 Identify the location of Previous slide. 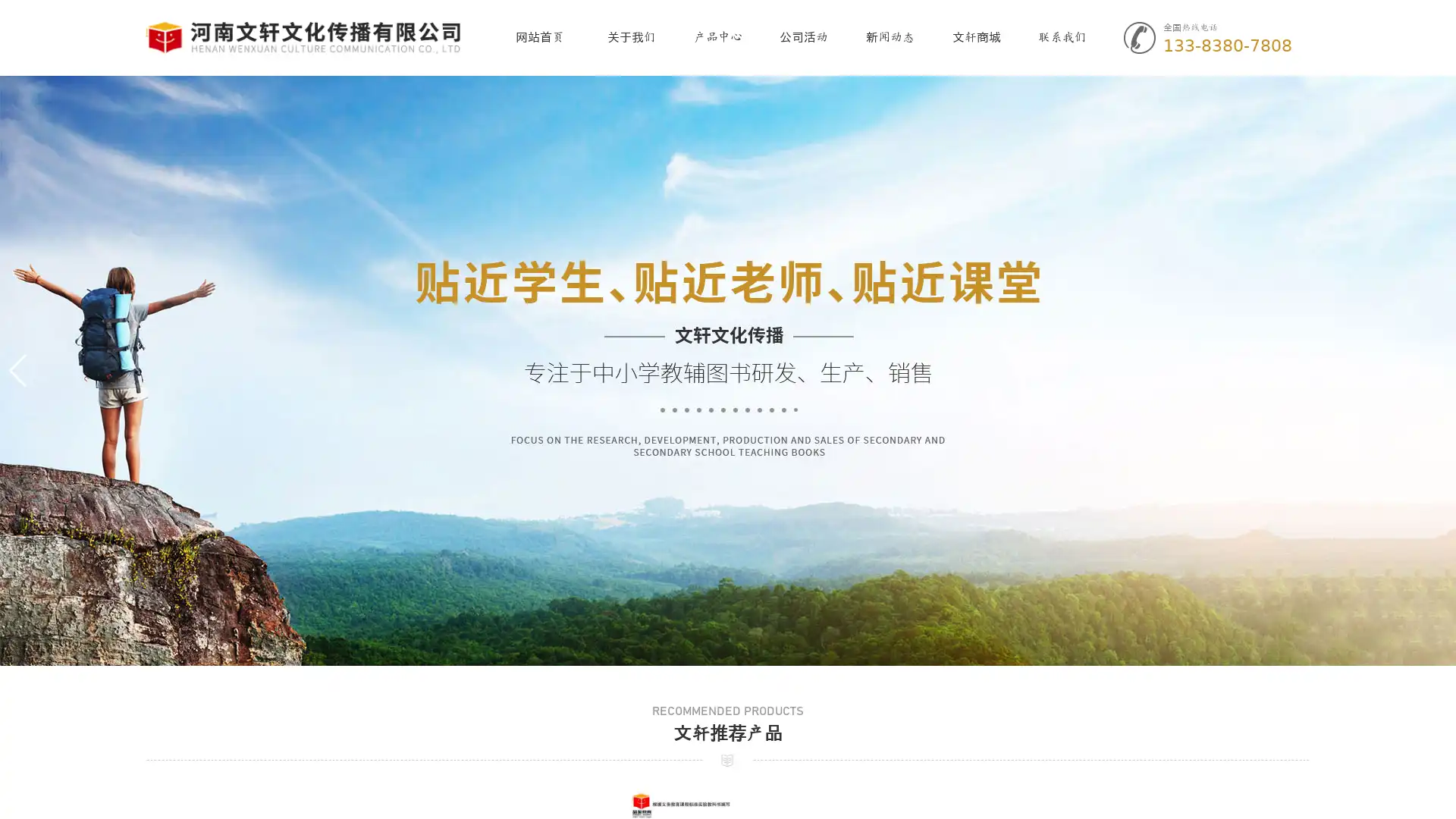
(17, 371).